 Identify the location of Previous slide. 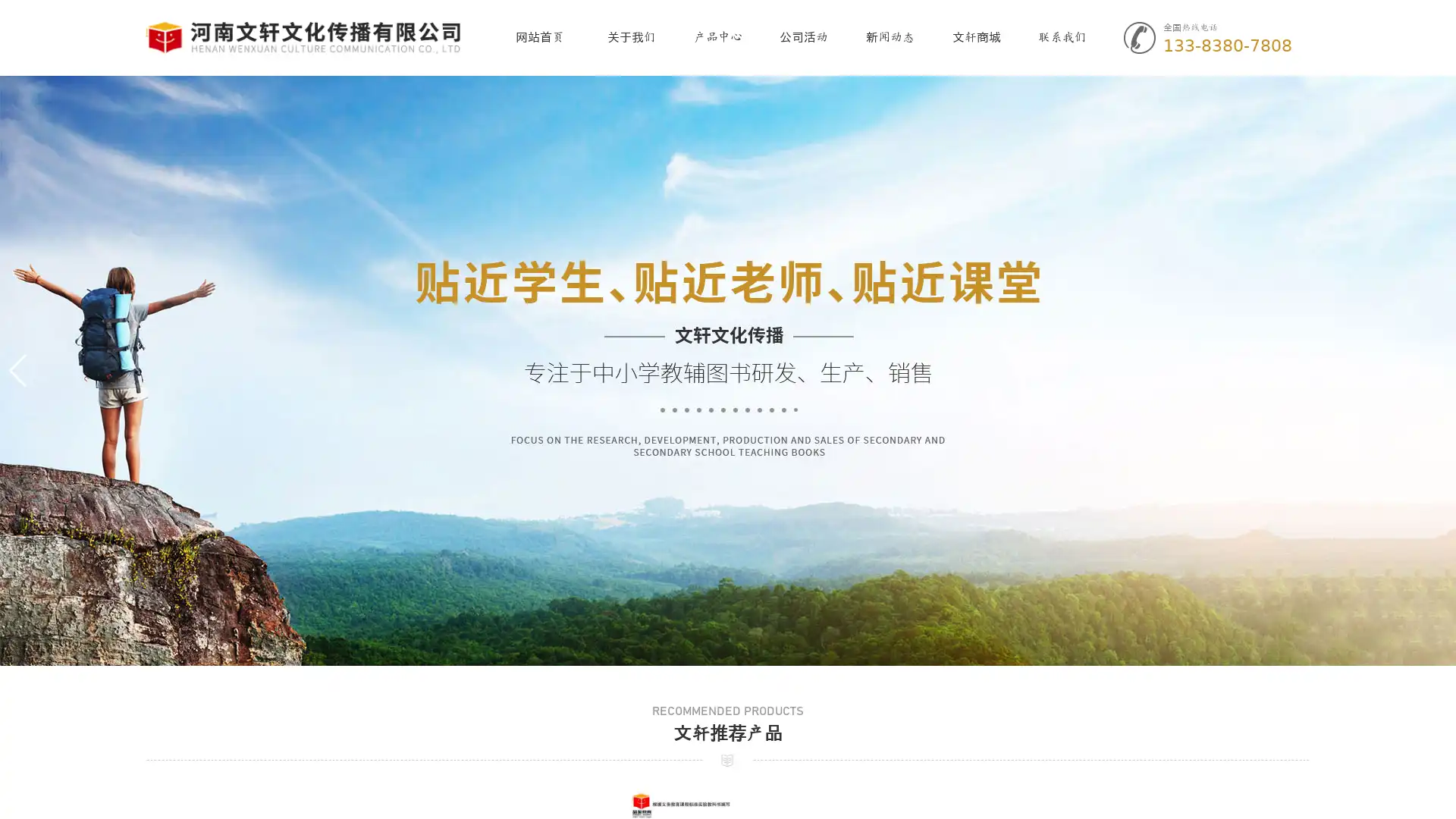
(17, 371).